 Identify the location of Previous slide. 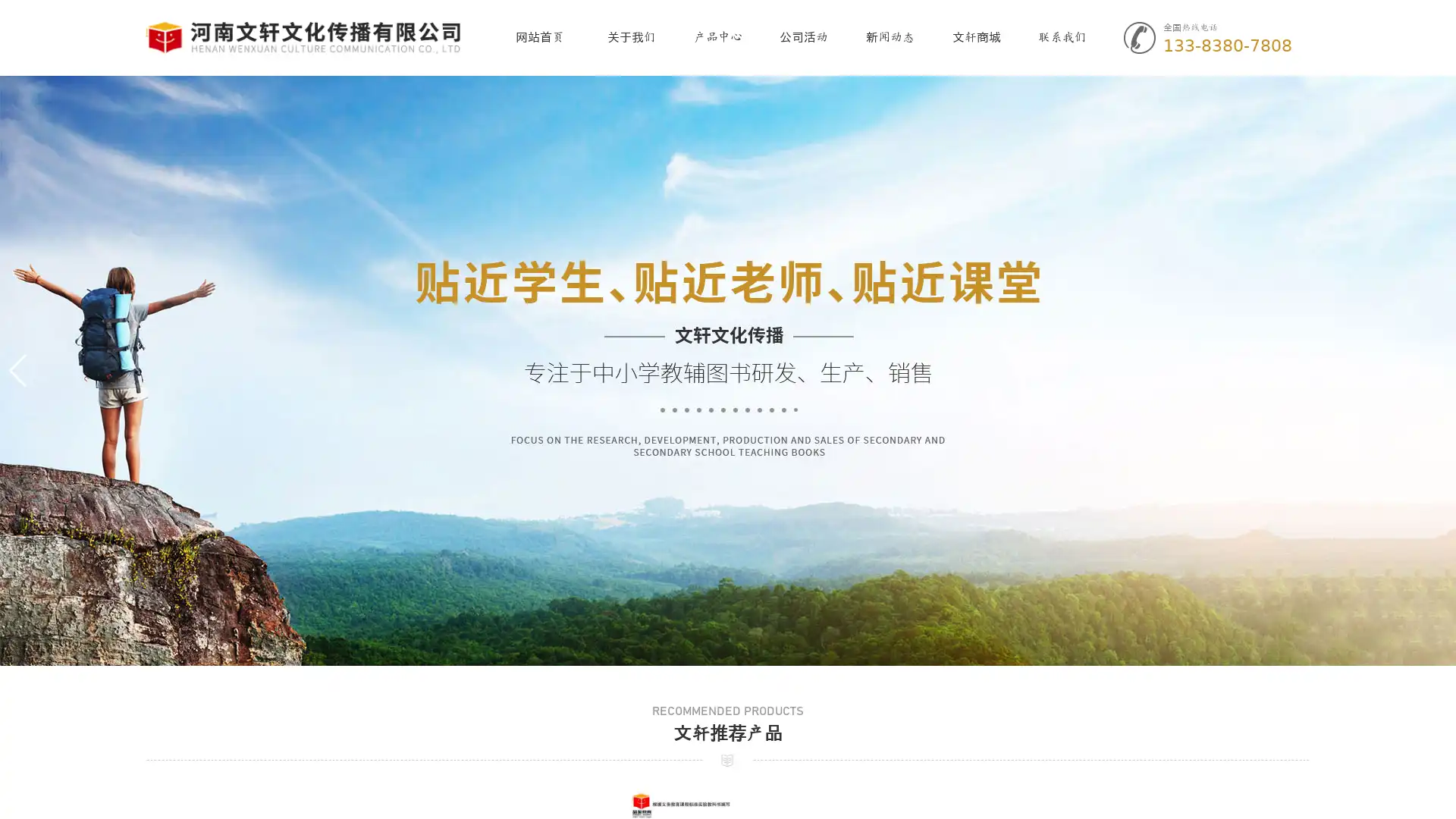
(17, 371).